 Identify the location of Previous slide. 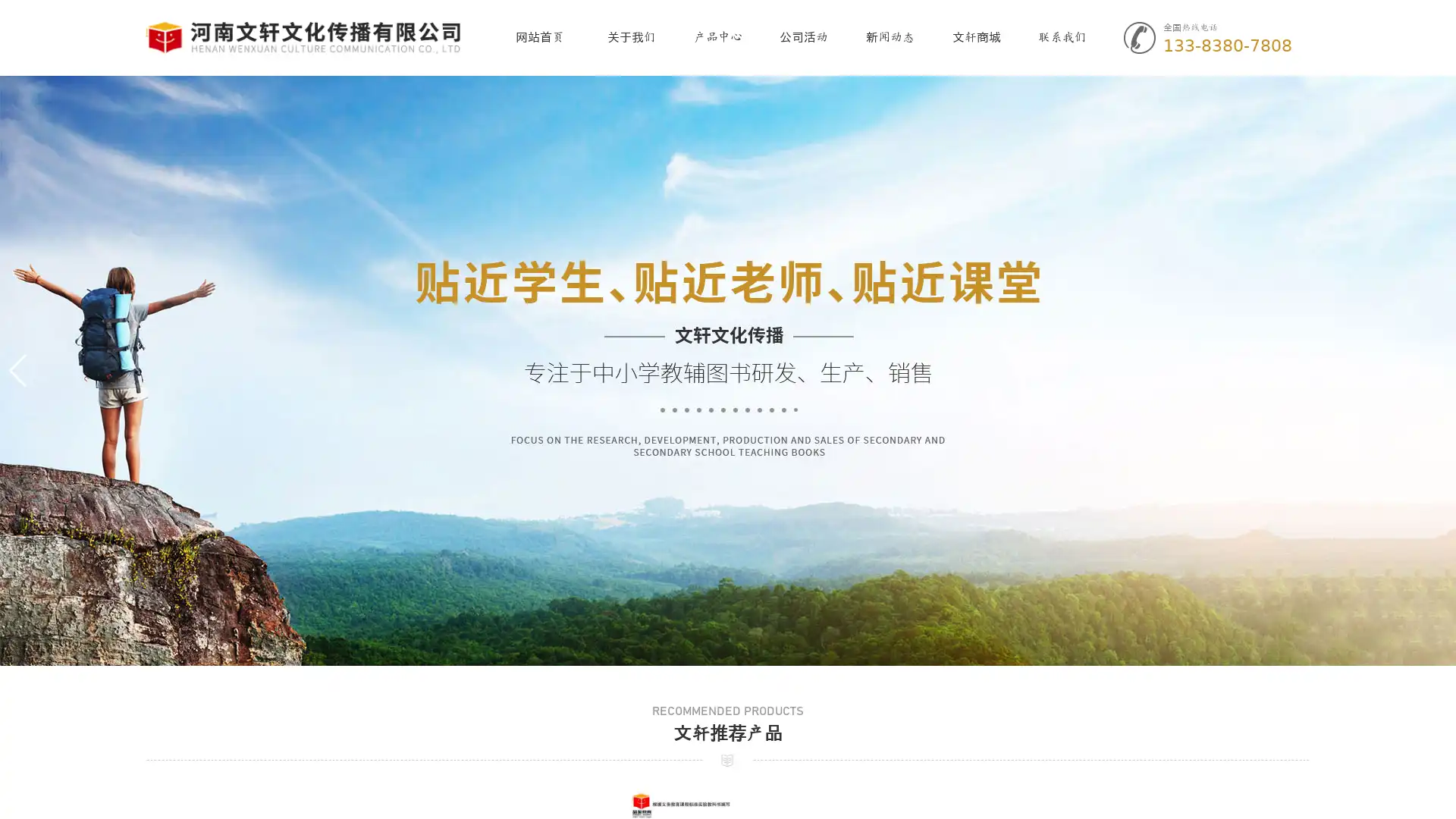
(17, 371).